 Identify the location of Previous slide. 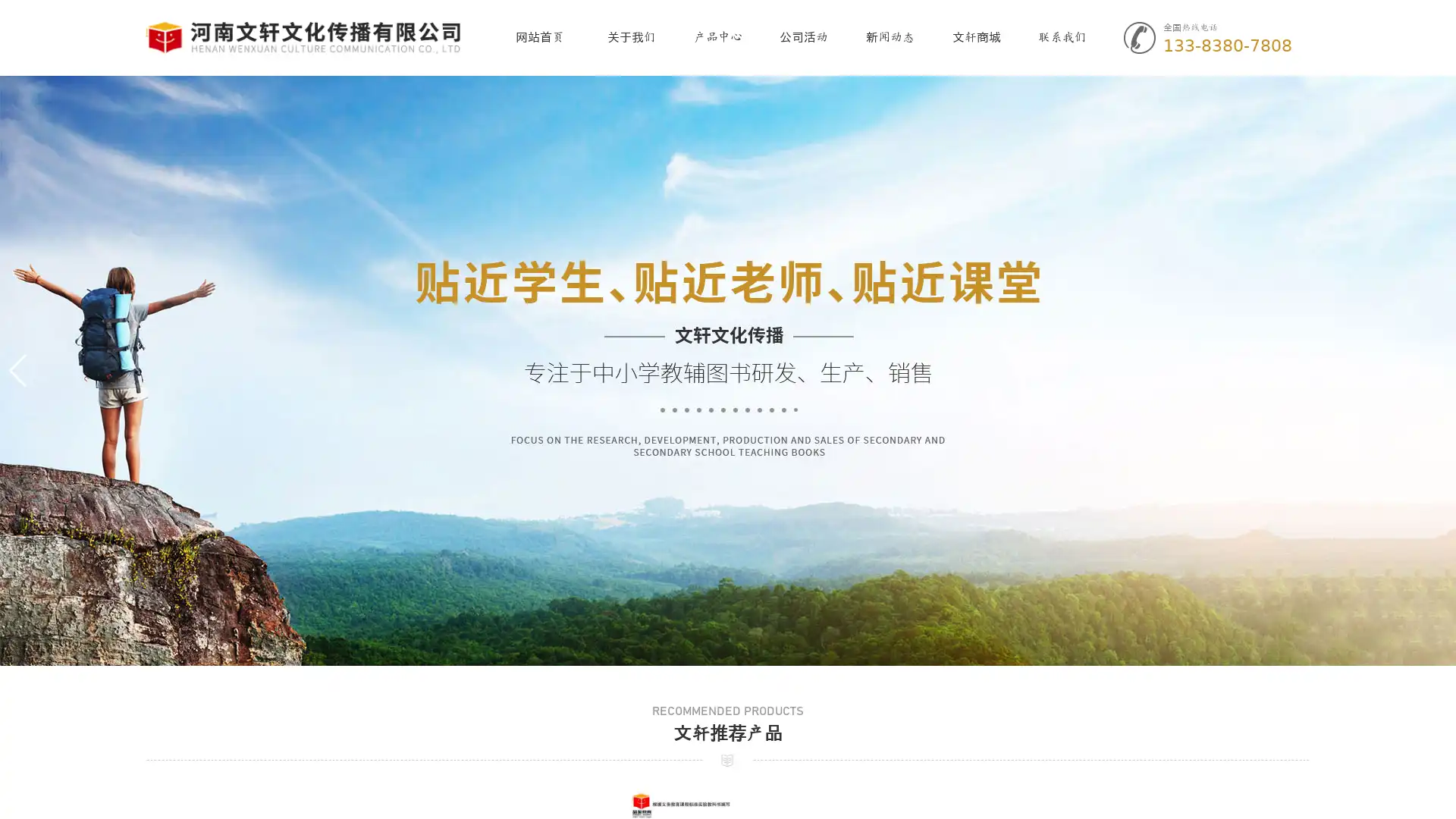
(17, 371).